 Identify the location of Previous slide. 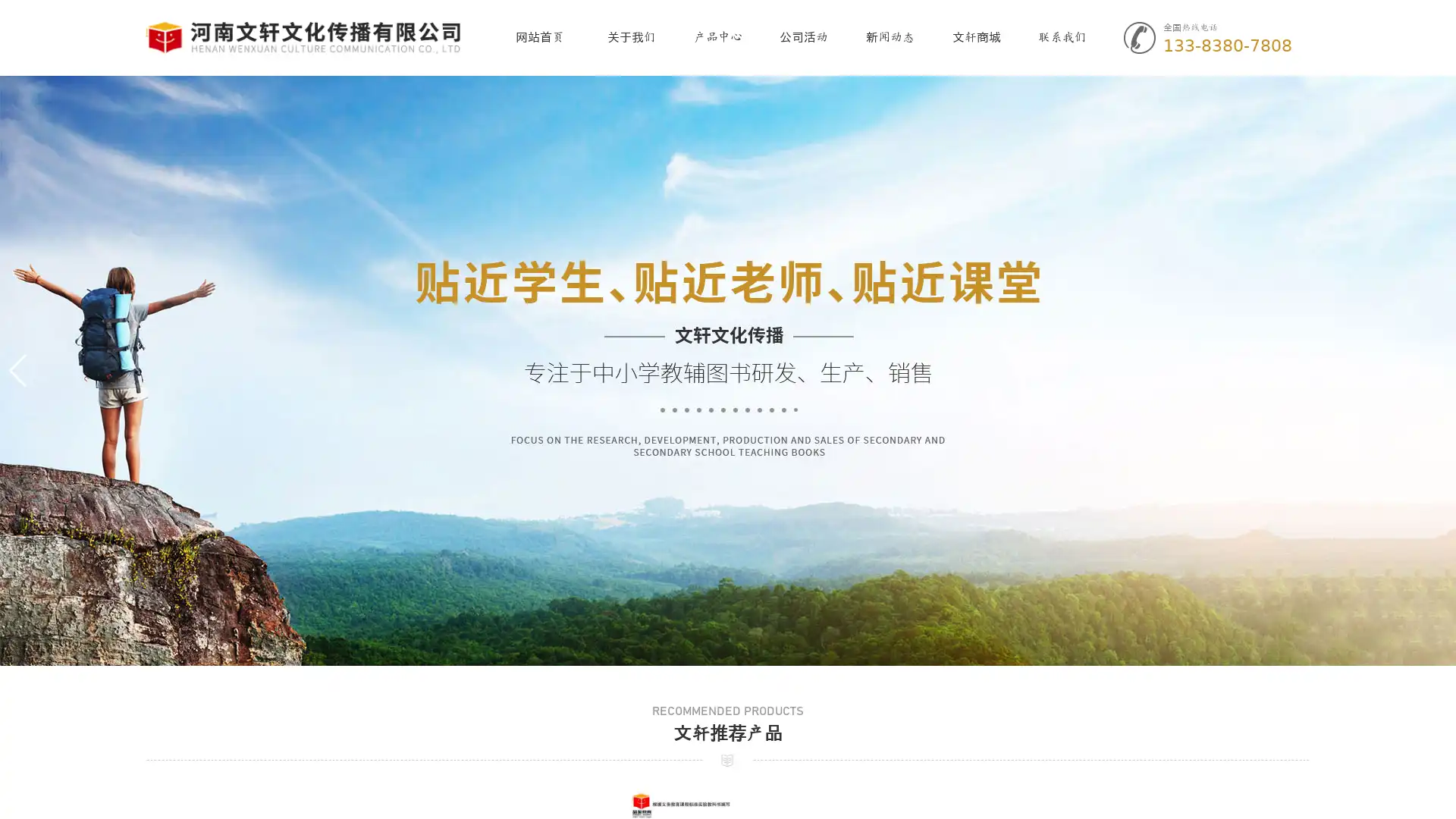
(17, 371).